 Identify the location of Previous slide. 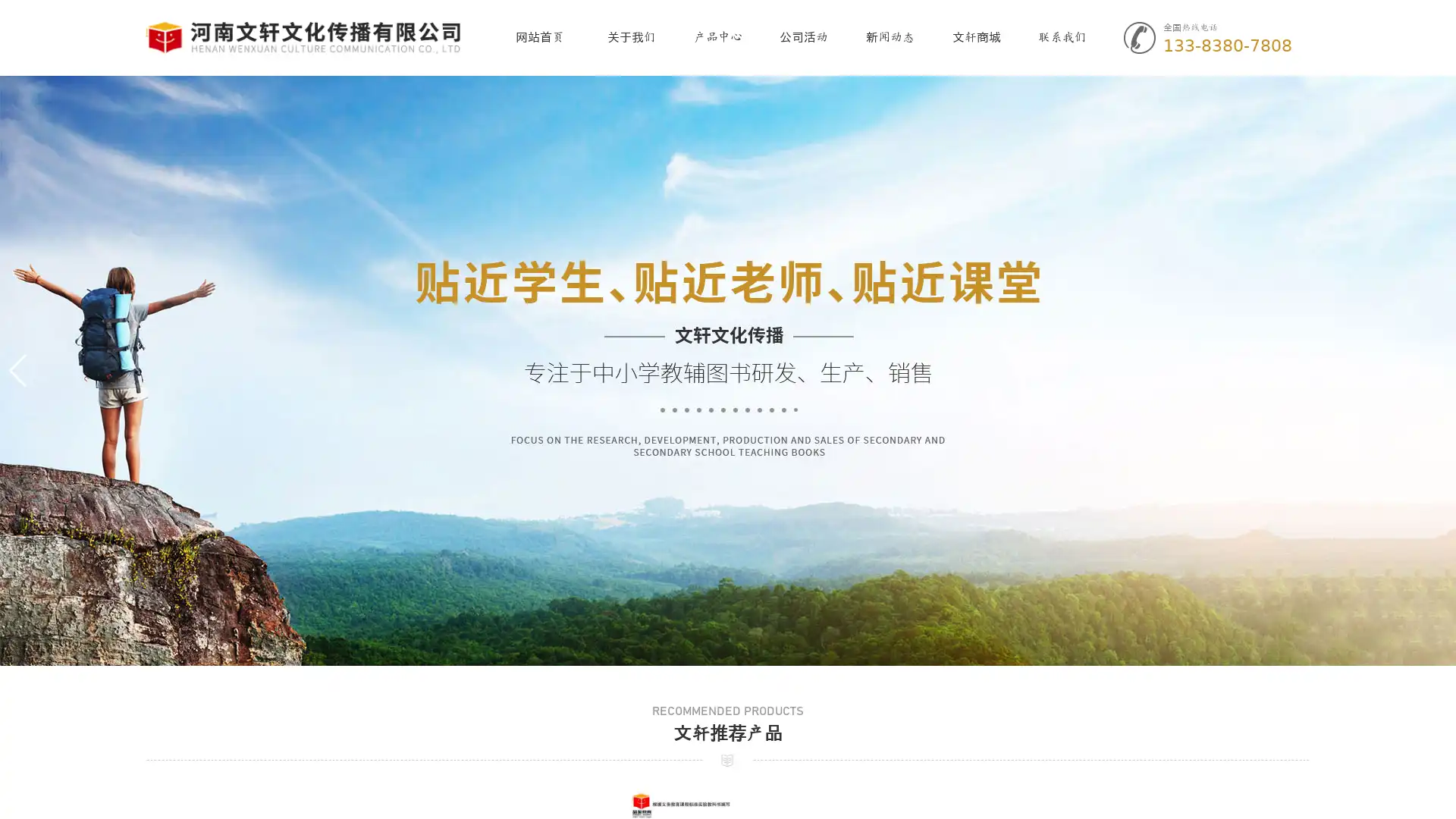
(17, 371).